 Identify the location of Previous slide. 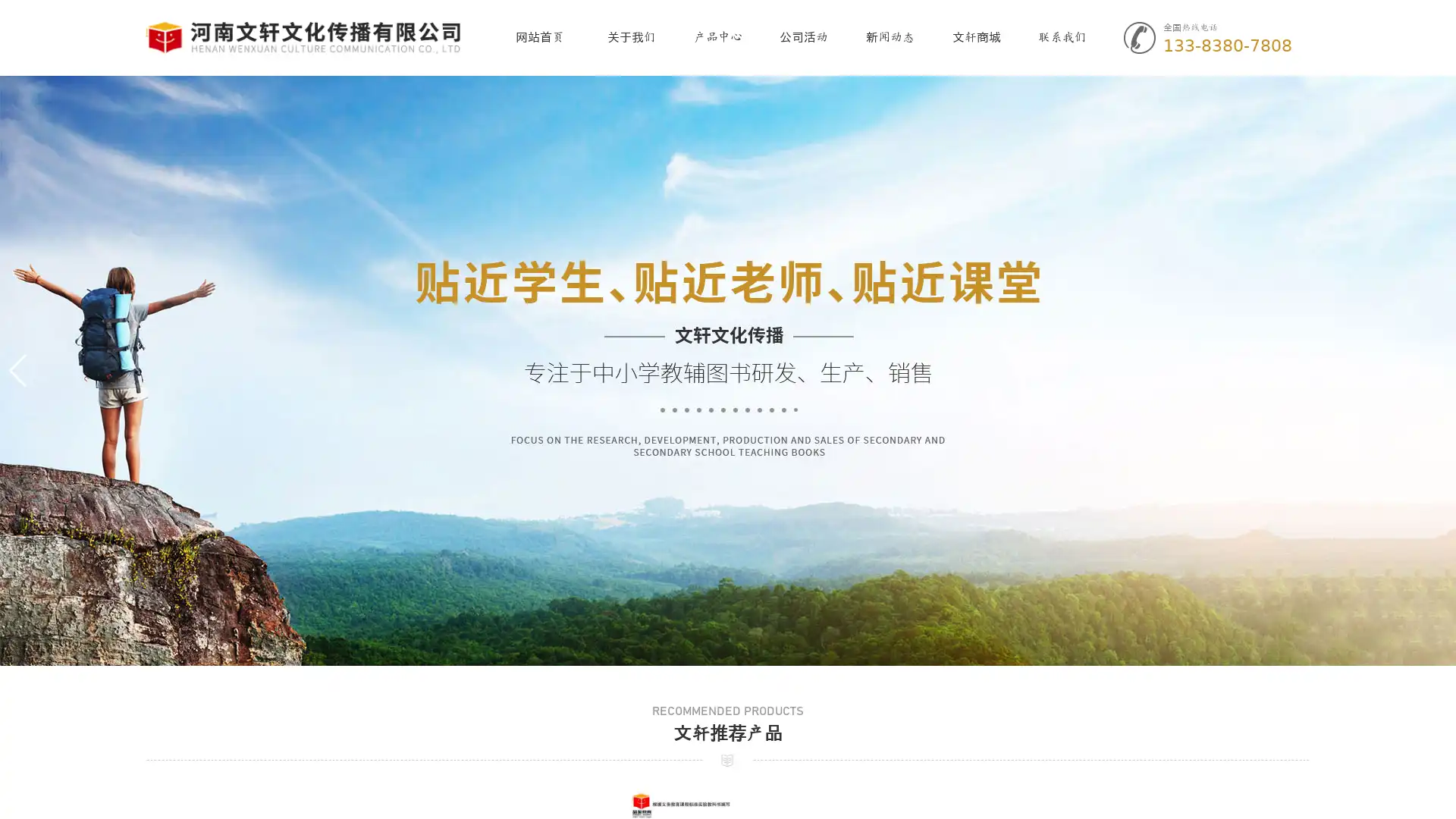
(17, 371).